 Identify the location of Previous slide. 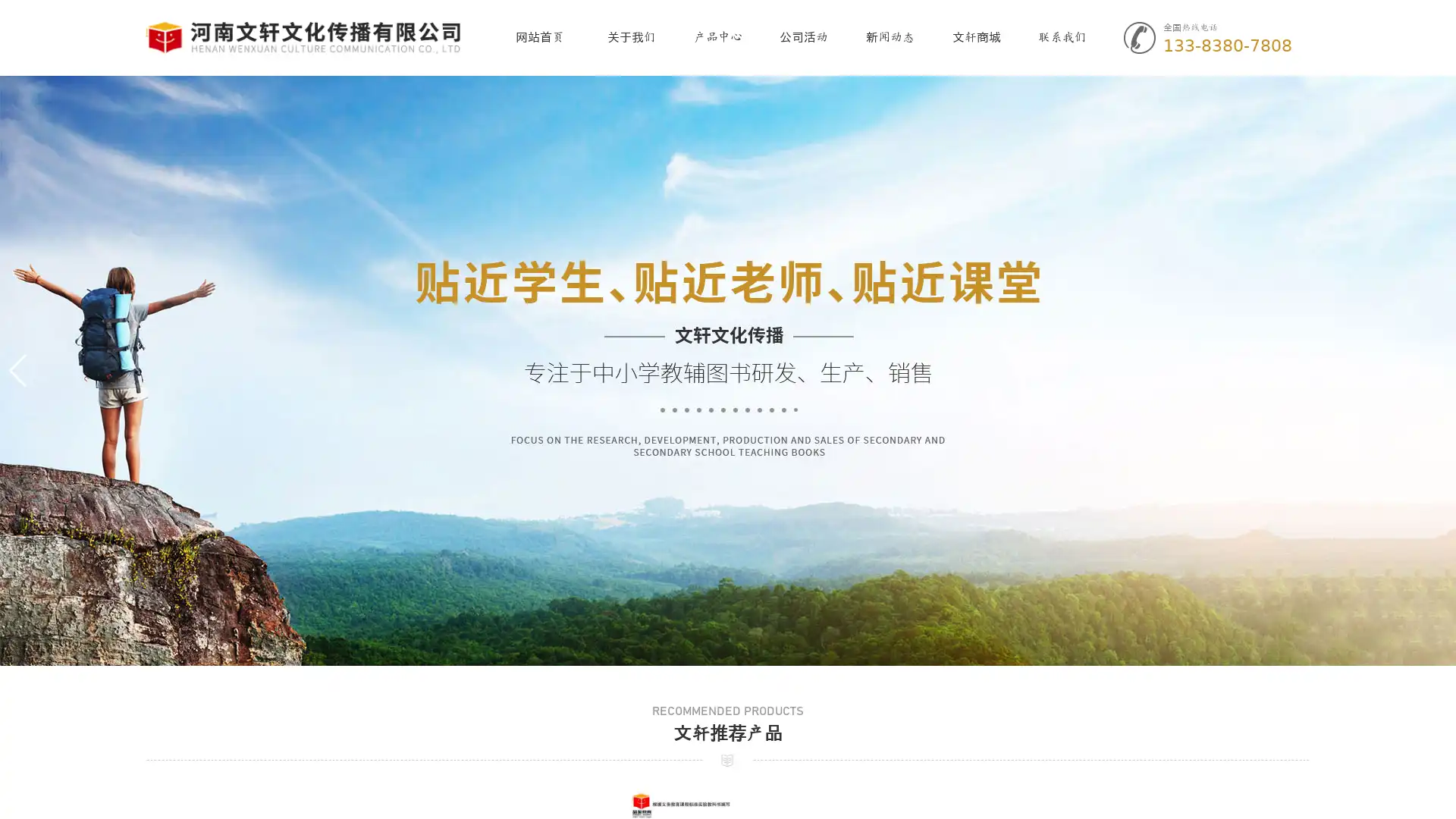
(17, 371).